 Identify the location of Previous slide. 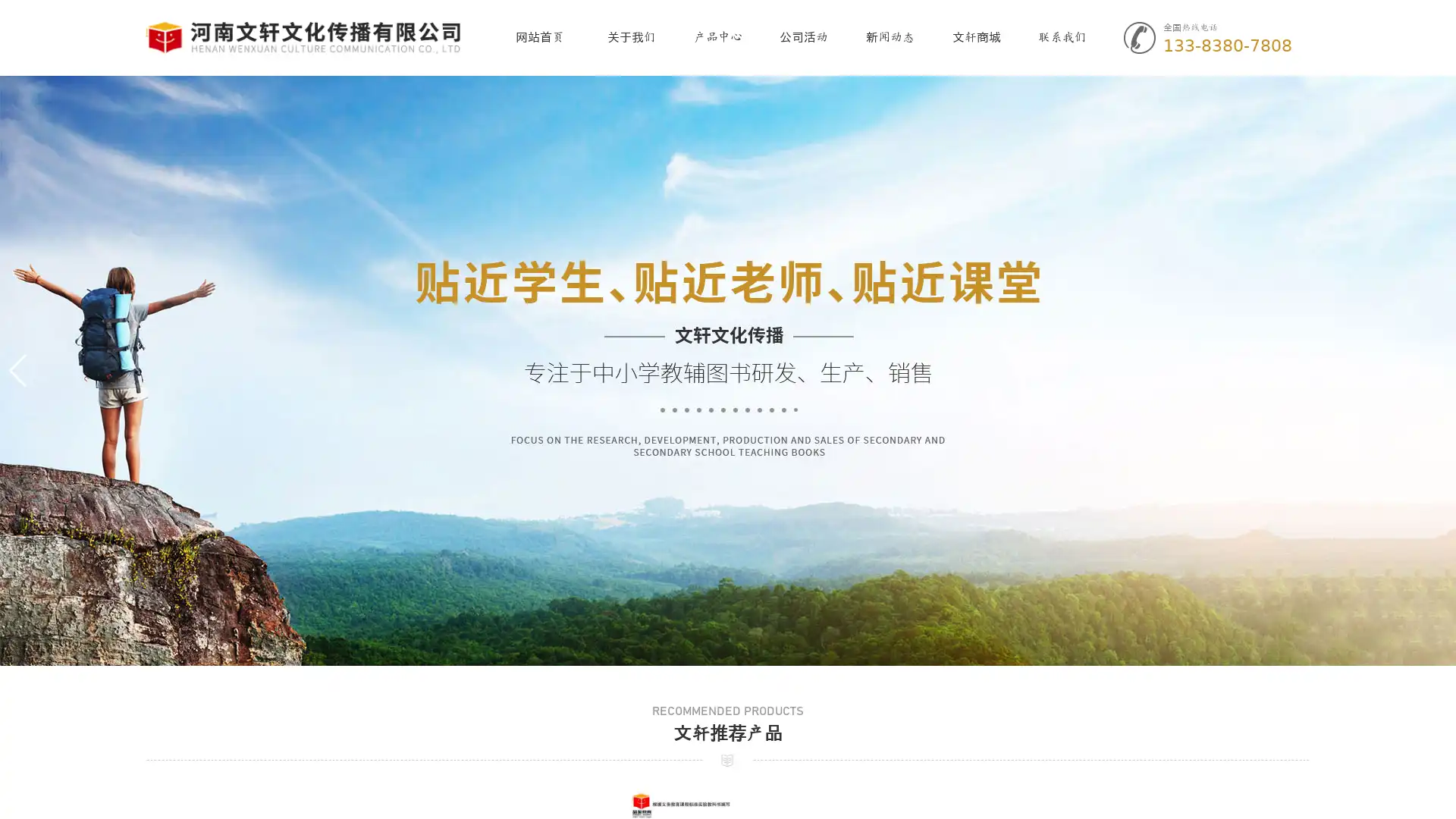
(17, 371).